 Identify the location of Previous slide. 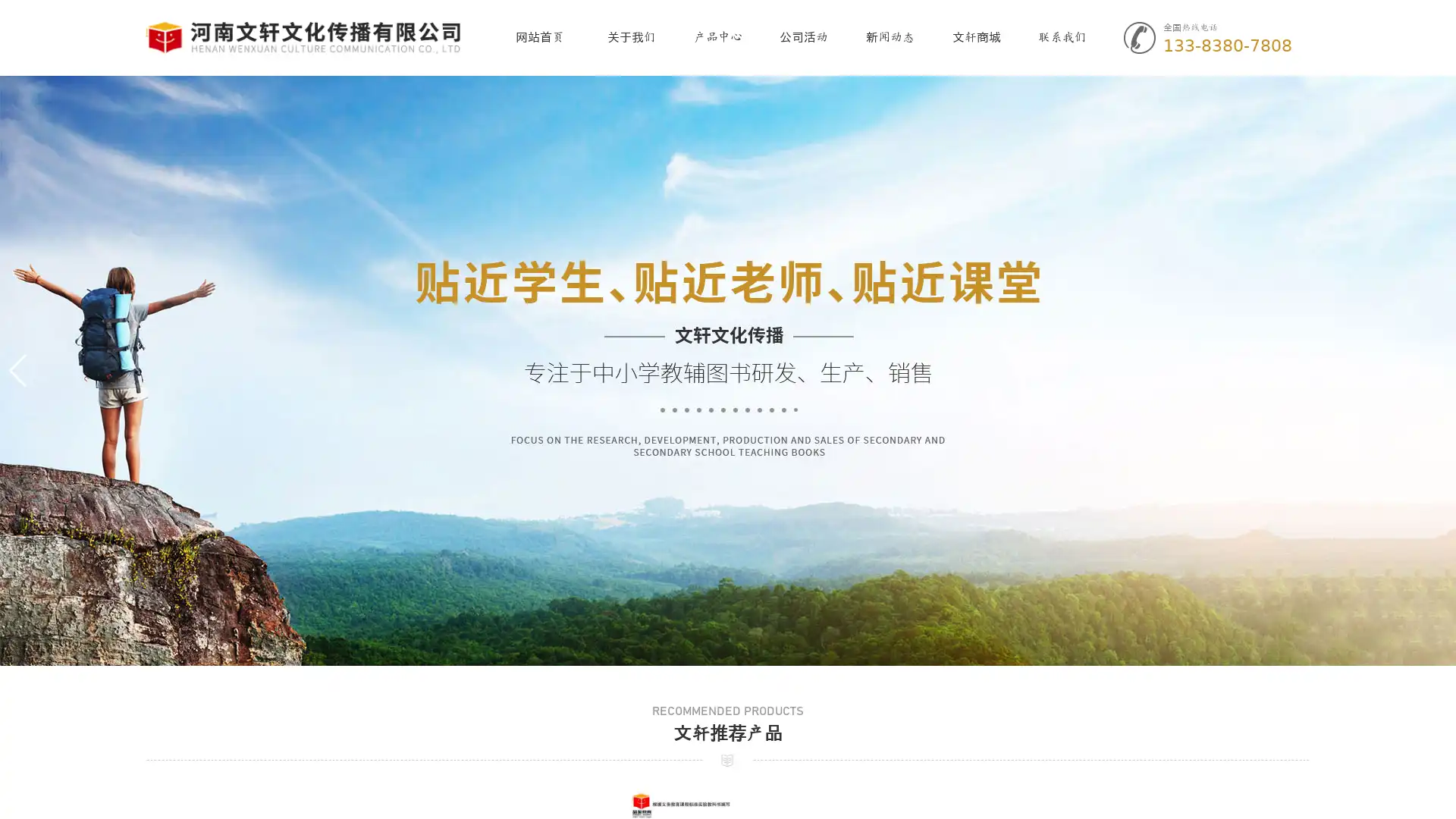
(17, 371).